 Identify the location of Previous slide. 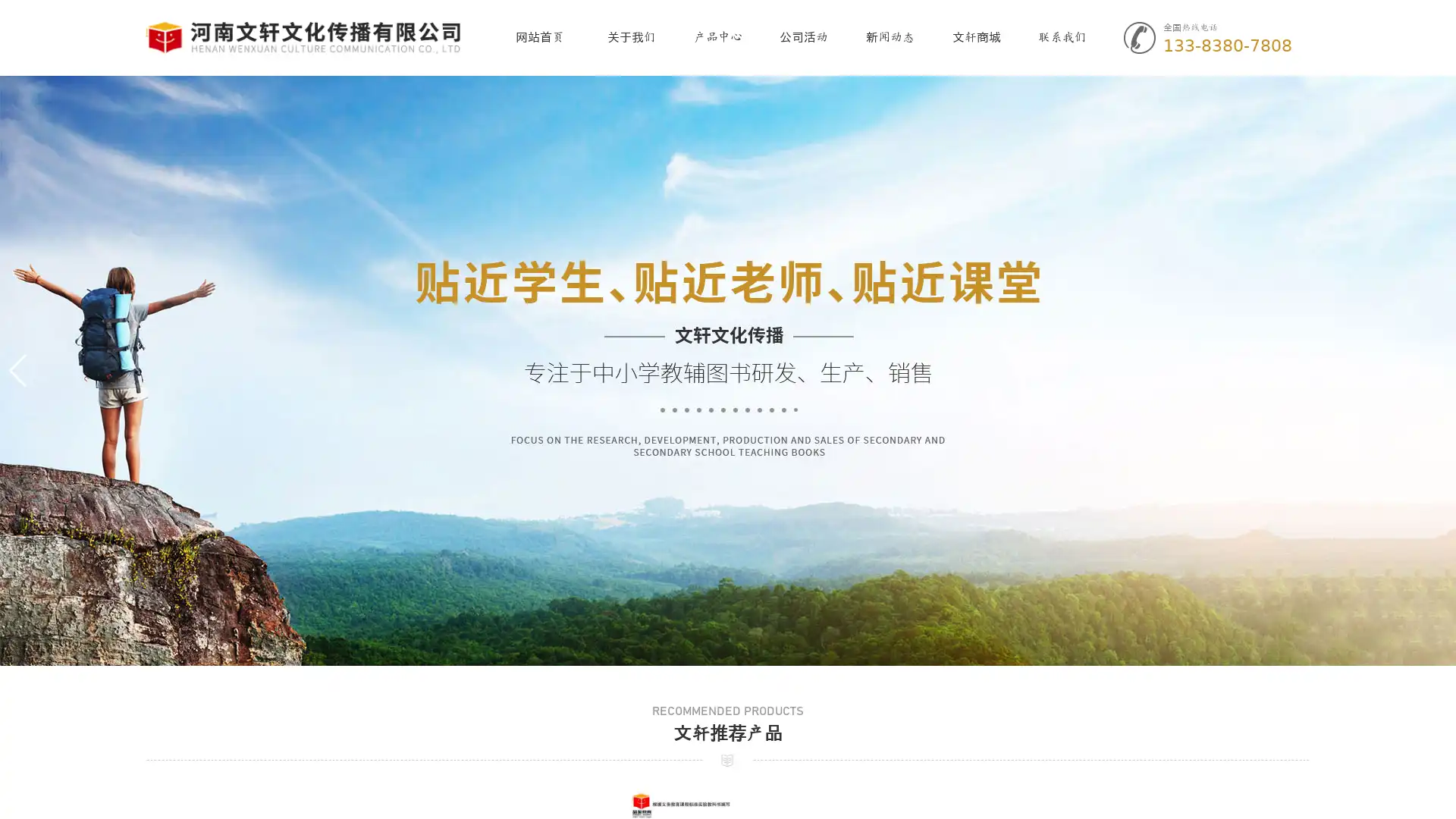
(17, 371).